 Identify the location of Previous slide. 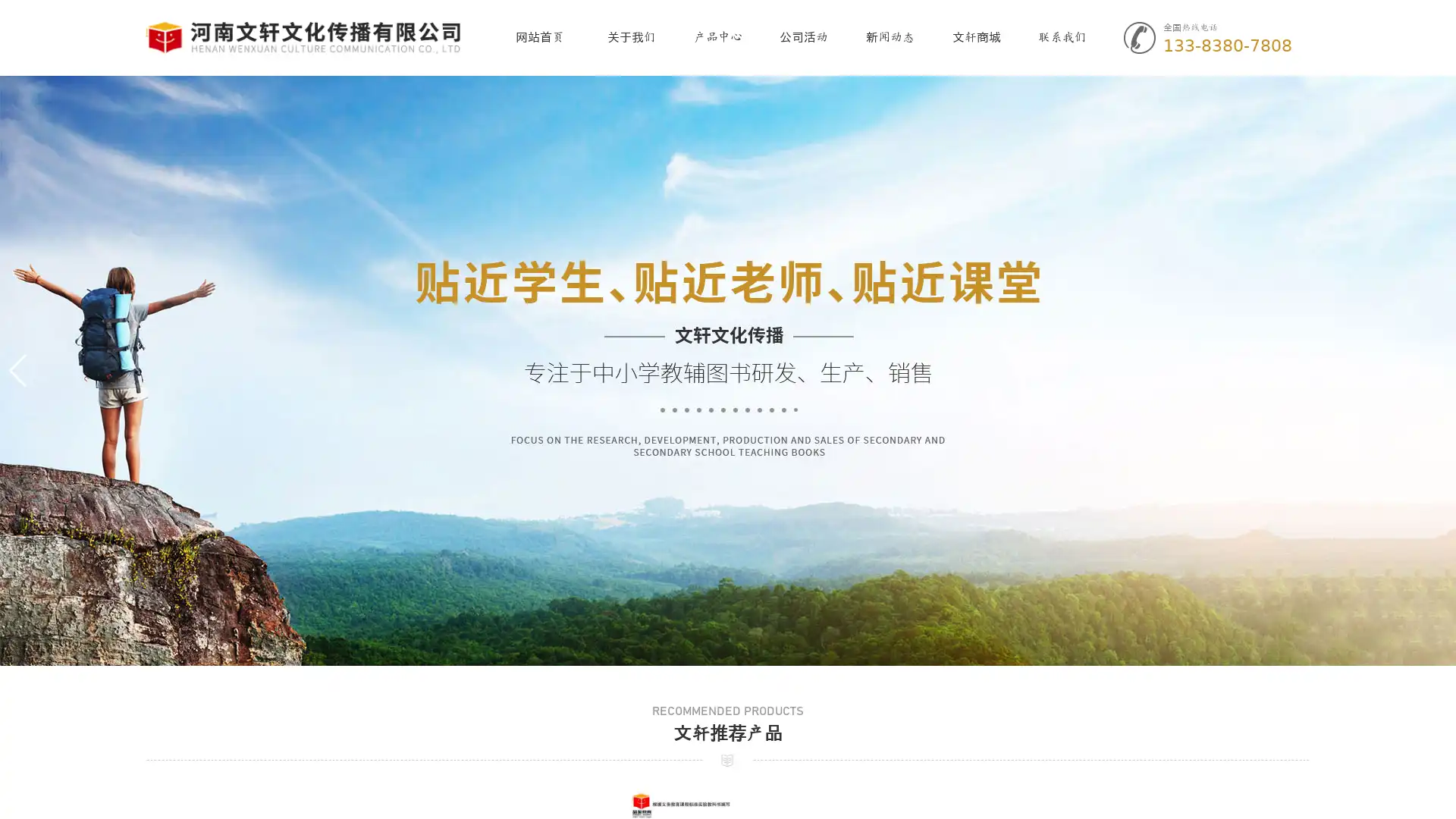
(17, 371).